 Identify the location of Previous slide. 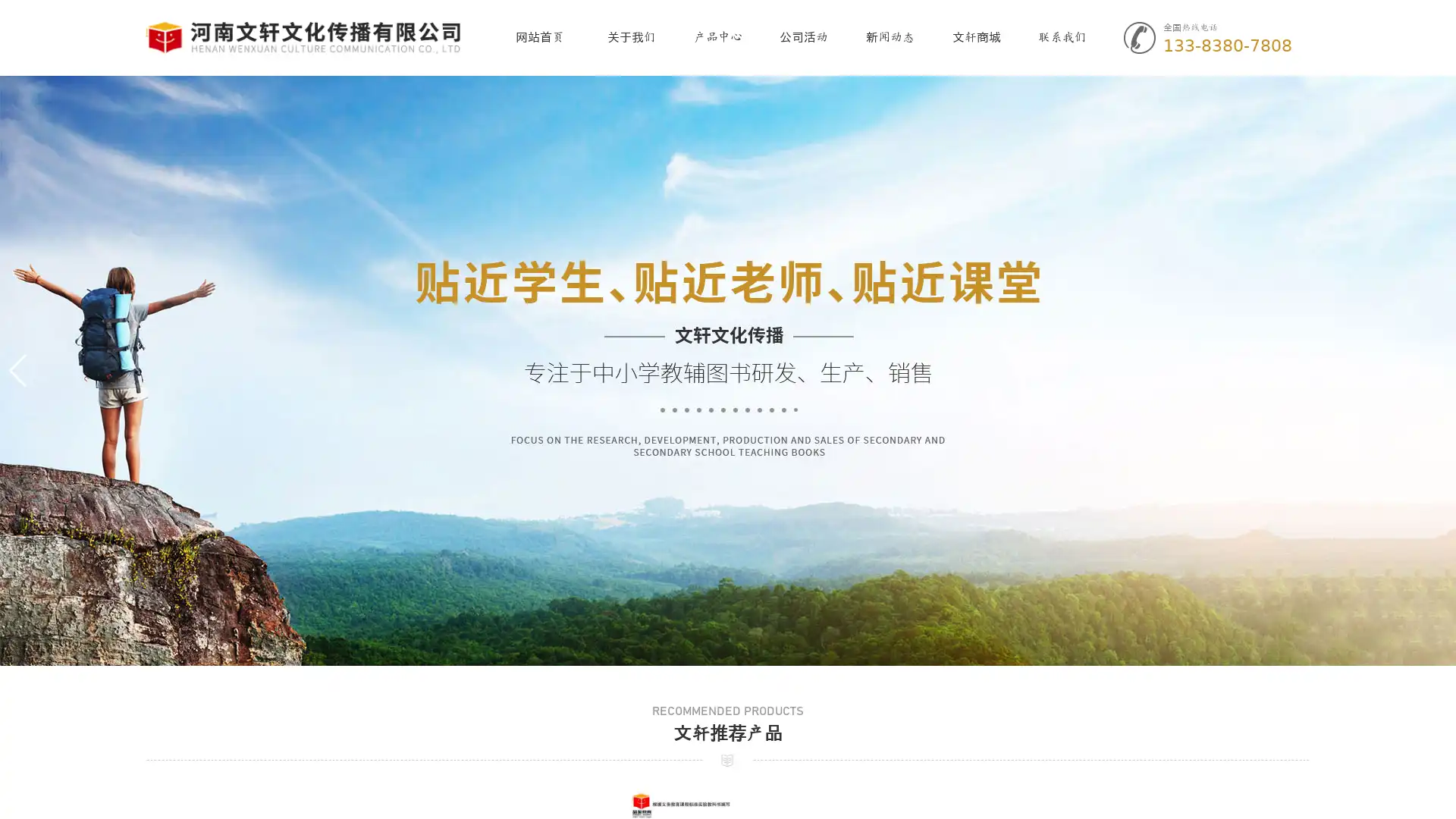
(17, 371).